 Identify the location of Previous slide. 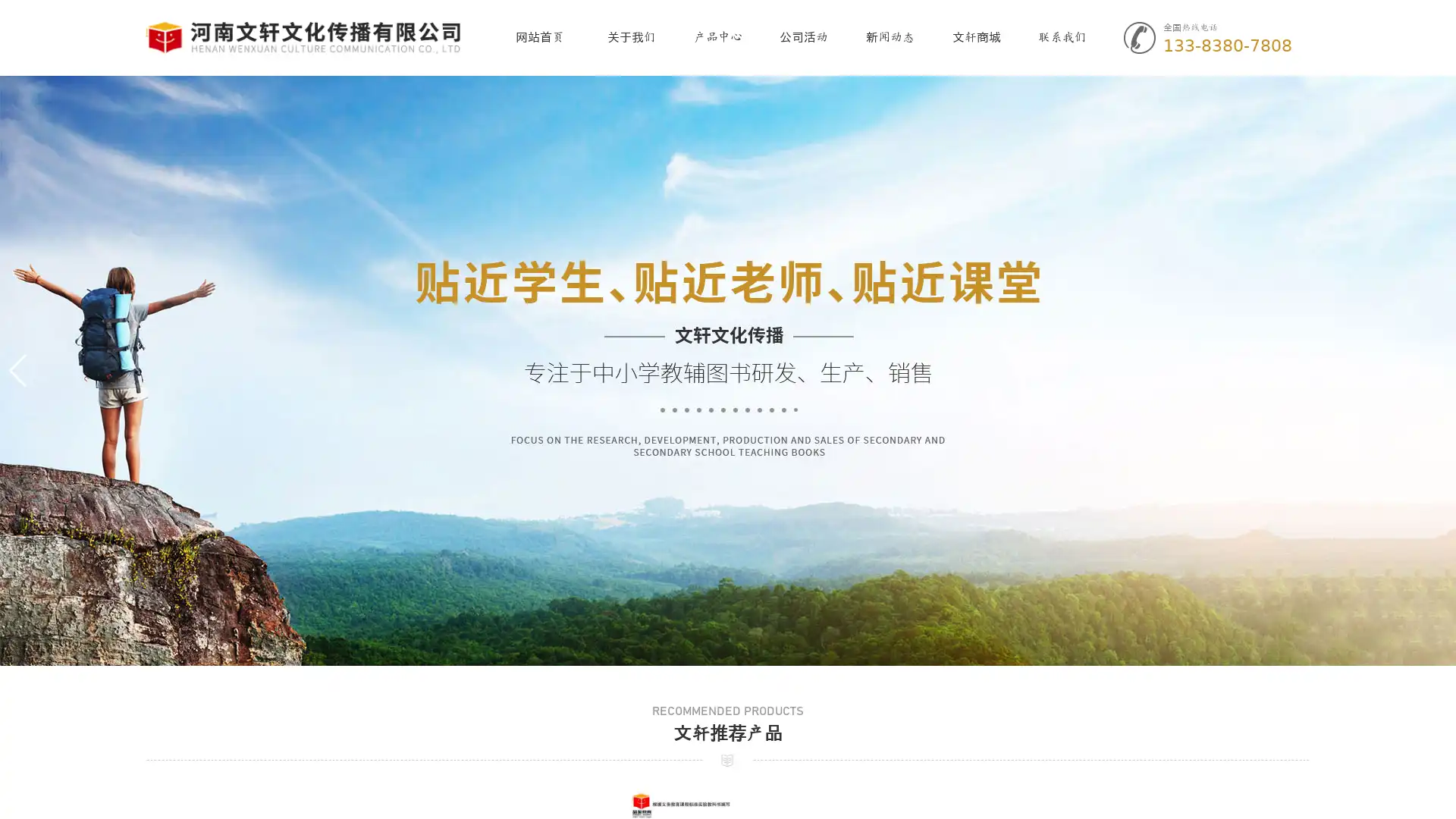
(17, 371).